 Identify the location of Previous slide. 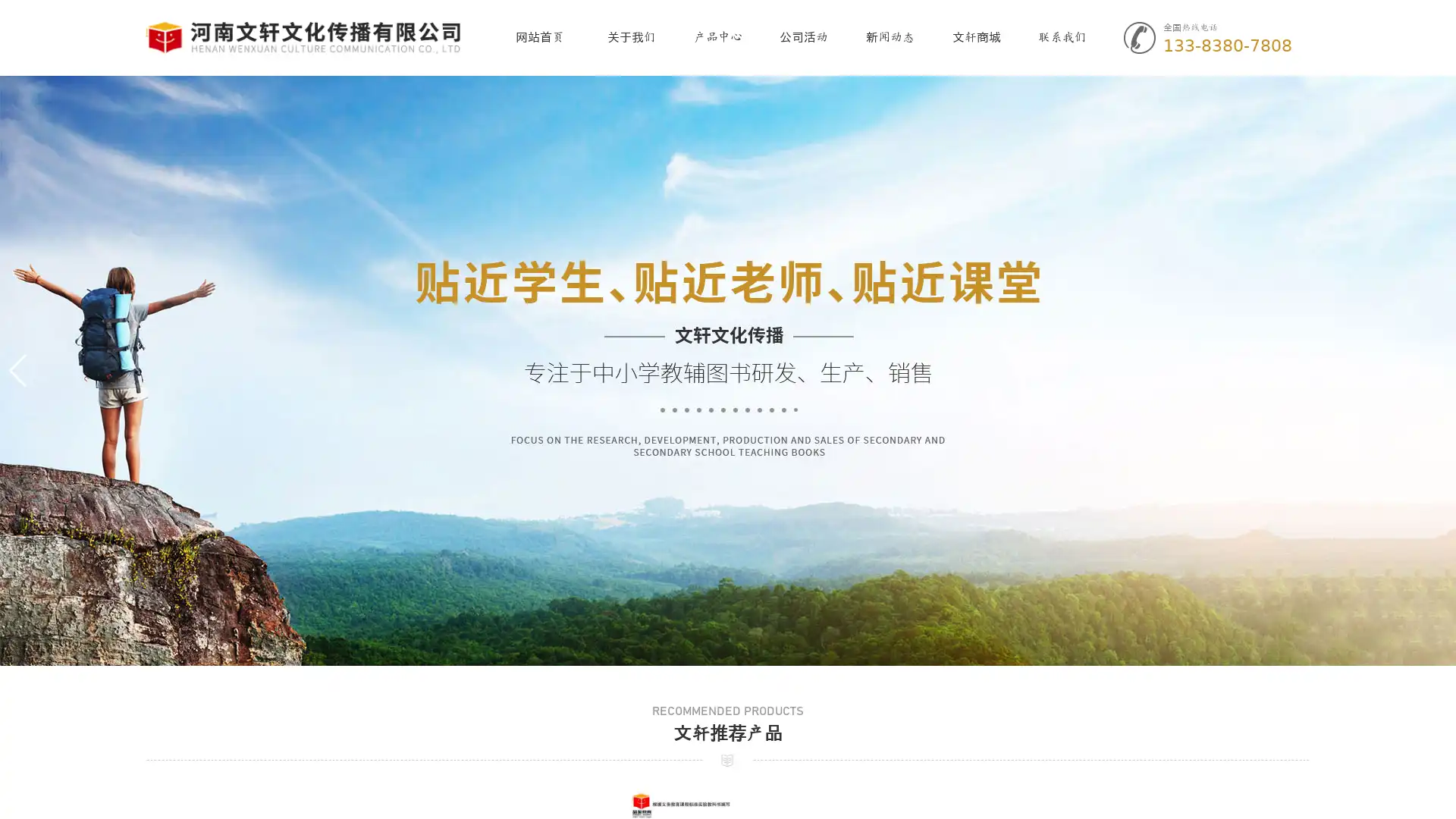
(17, 371).